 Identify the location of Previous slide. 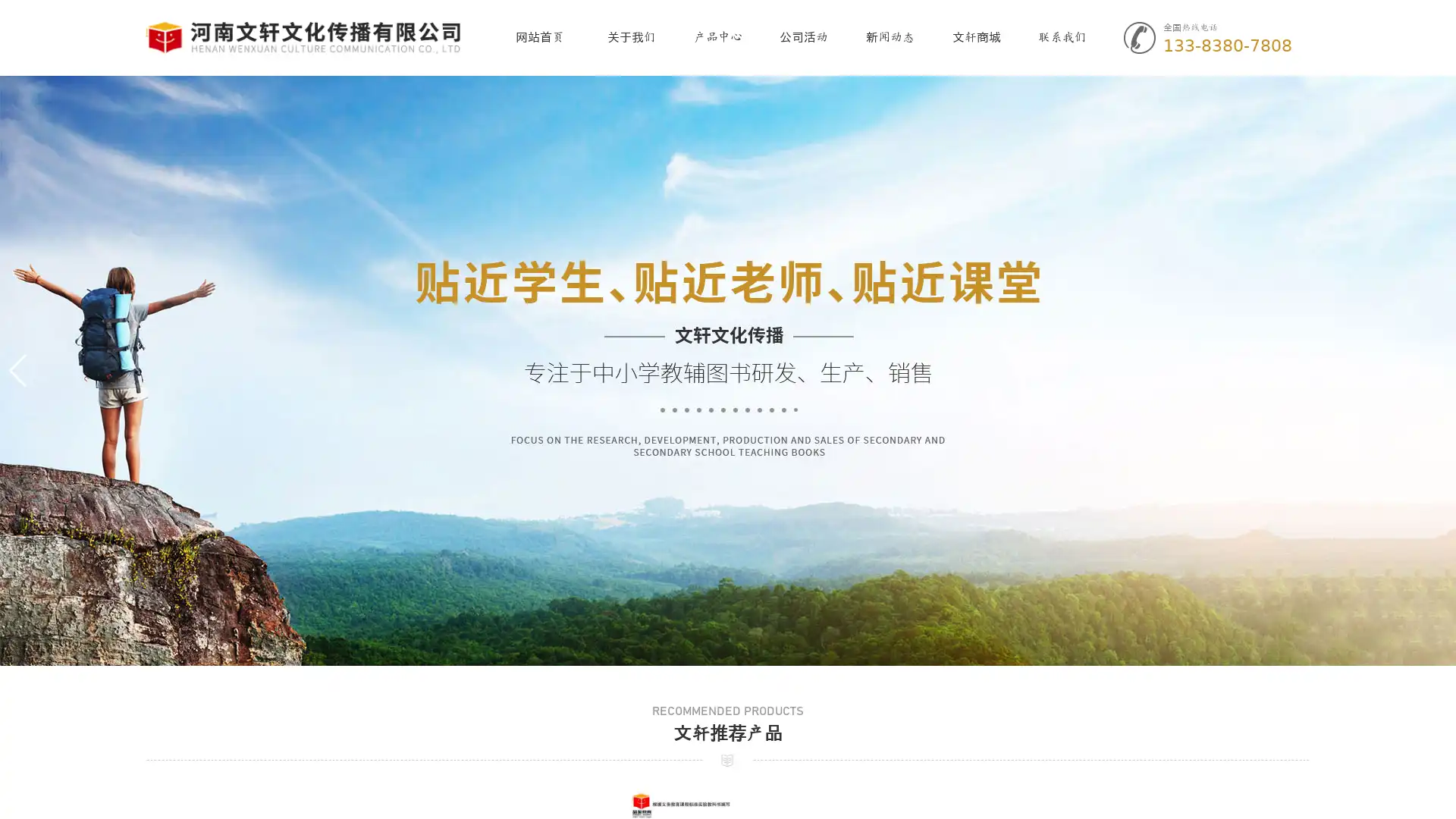
(17, 371).